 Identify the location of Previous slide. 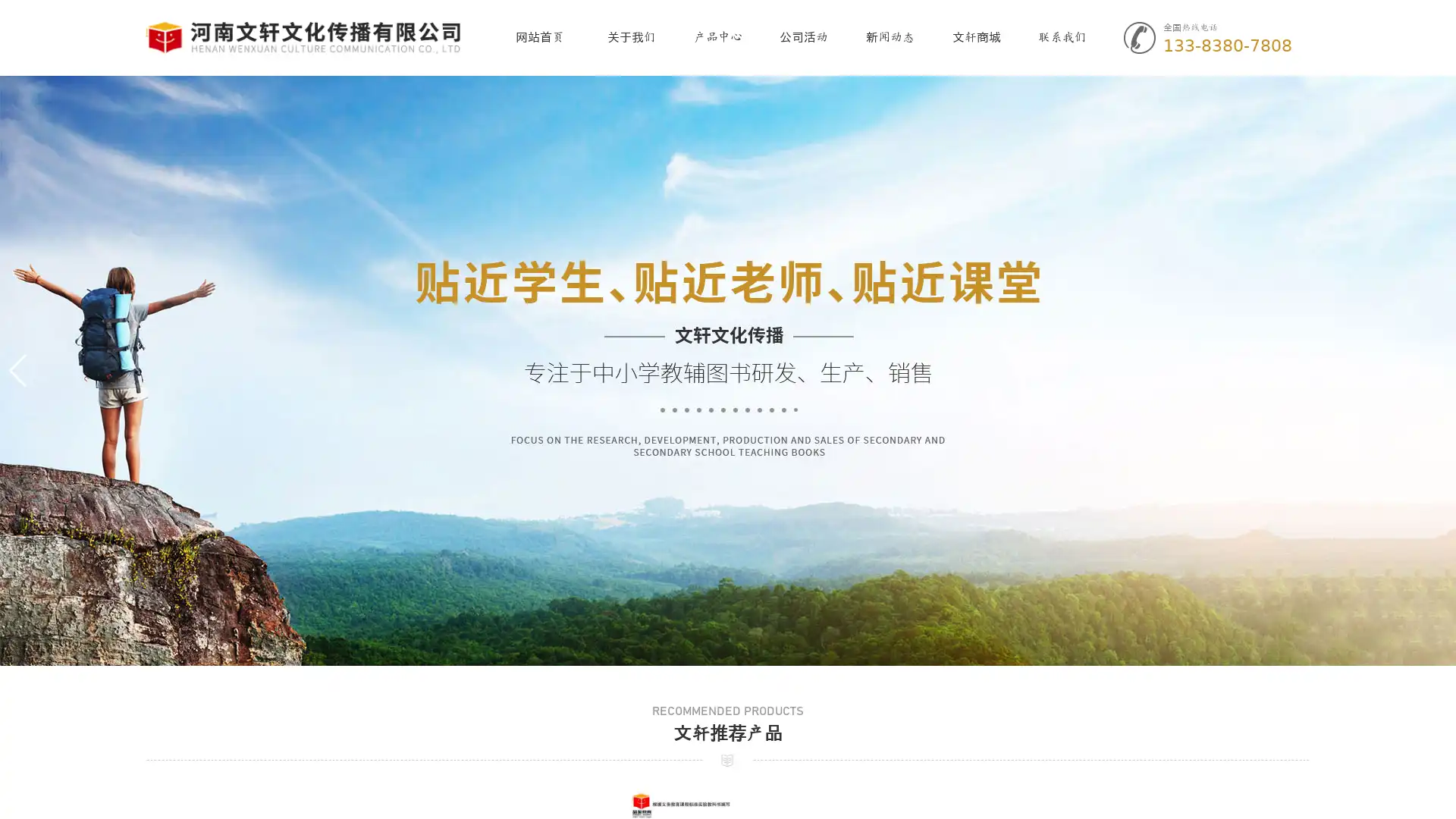
(17, 371).